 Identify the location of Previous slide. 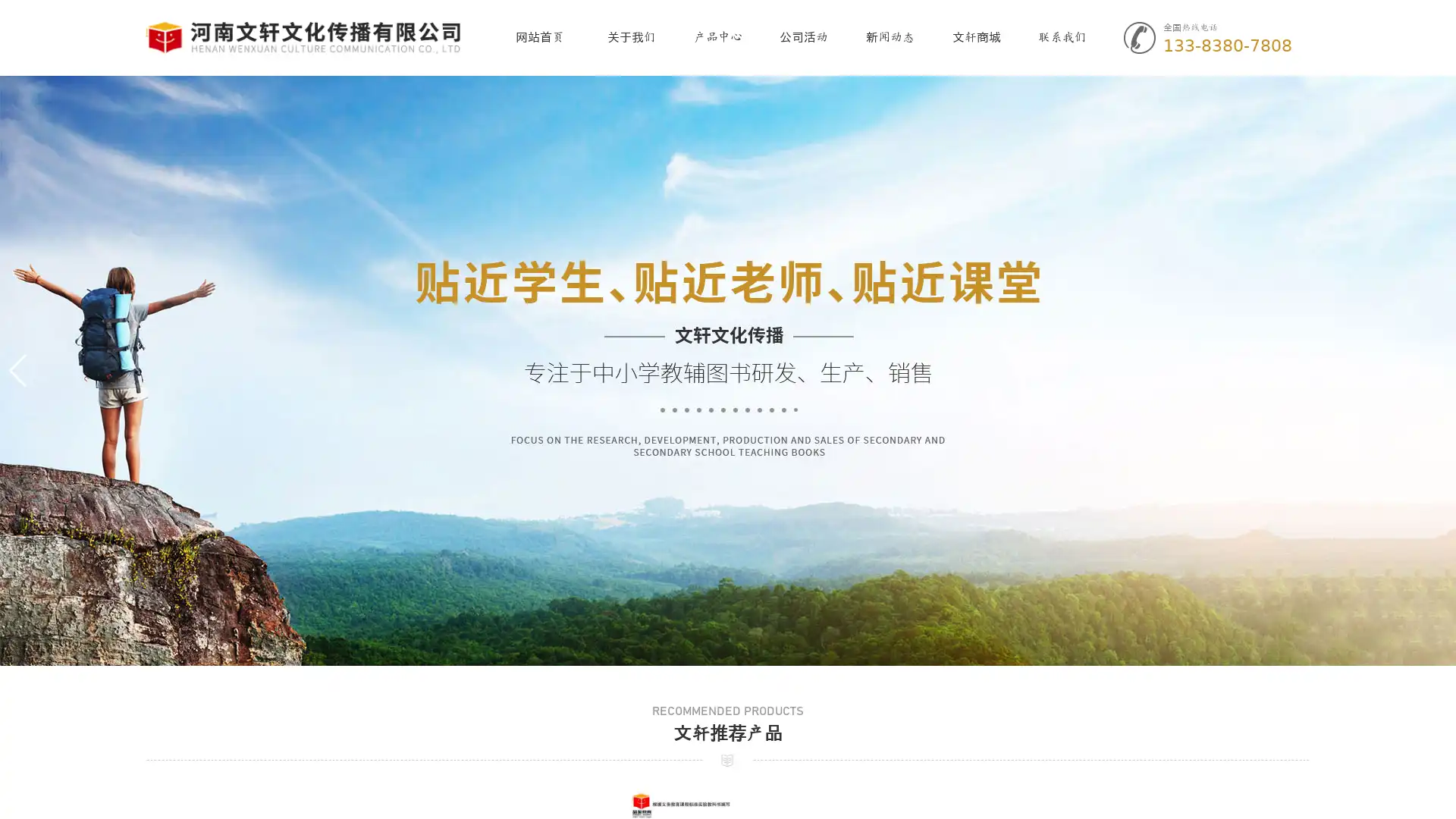
(17, 371).